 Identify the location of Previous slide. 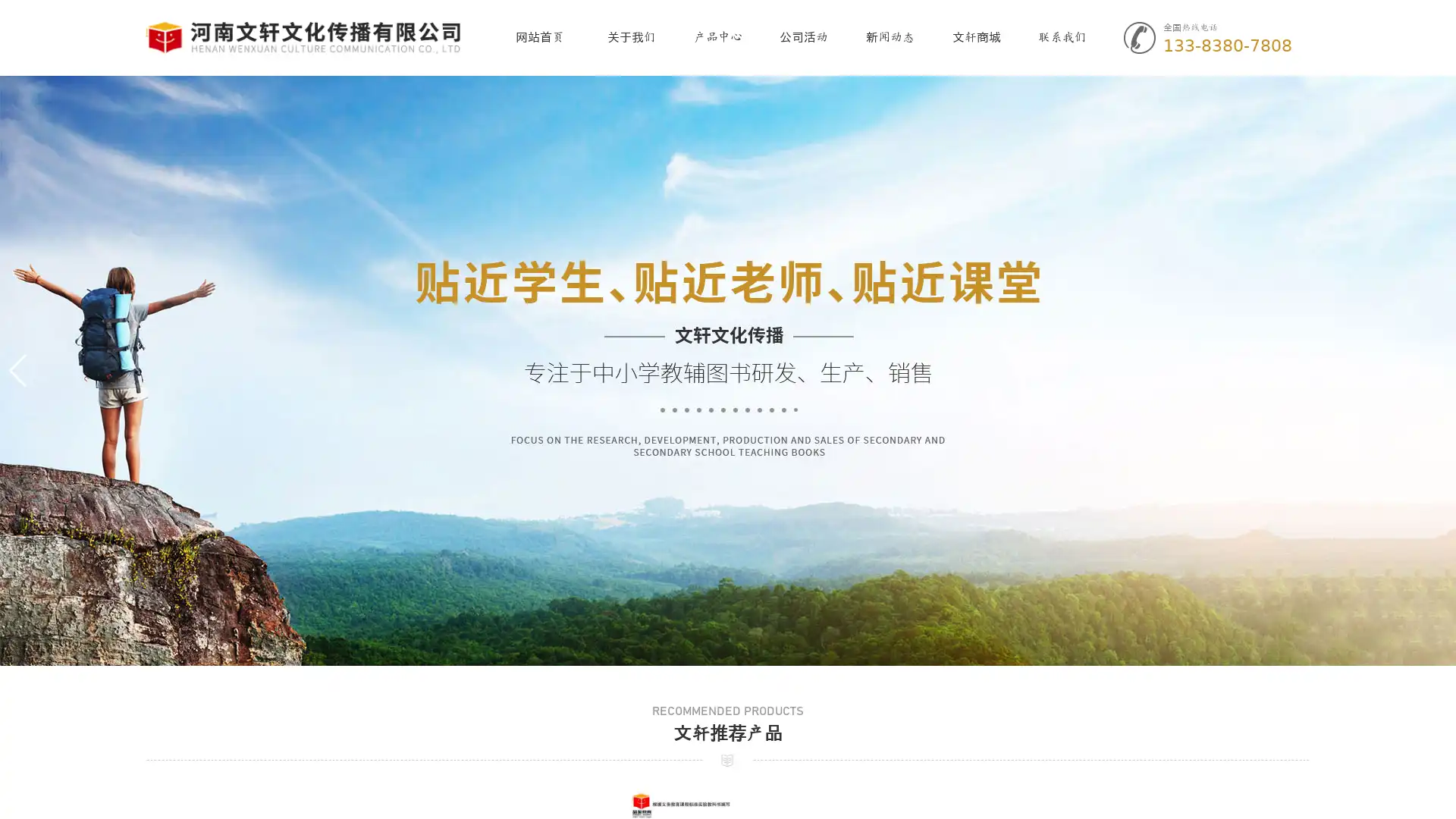
(17, 371).